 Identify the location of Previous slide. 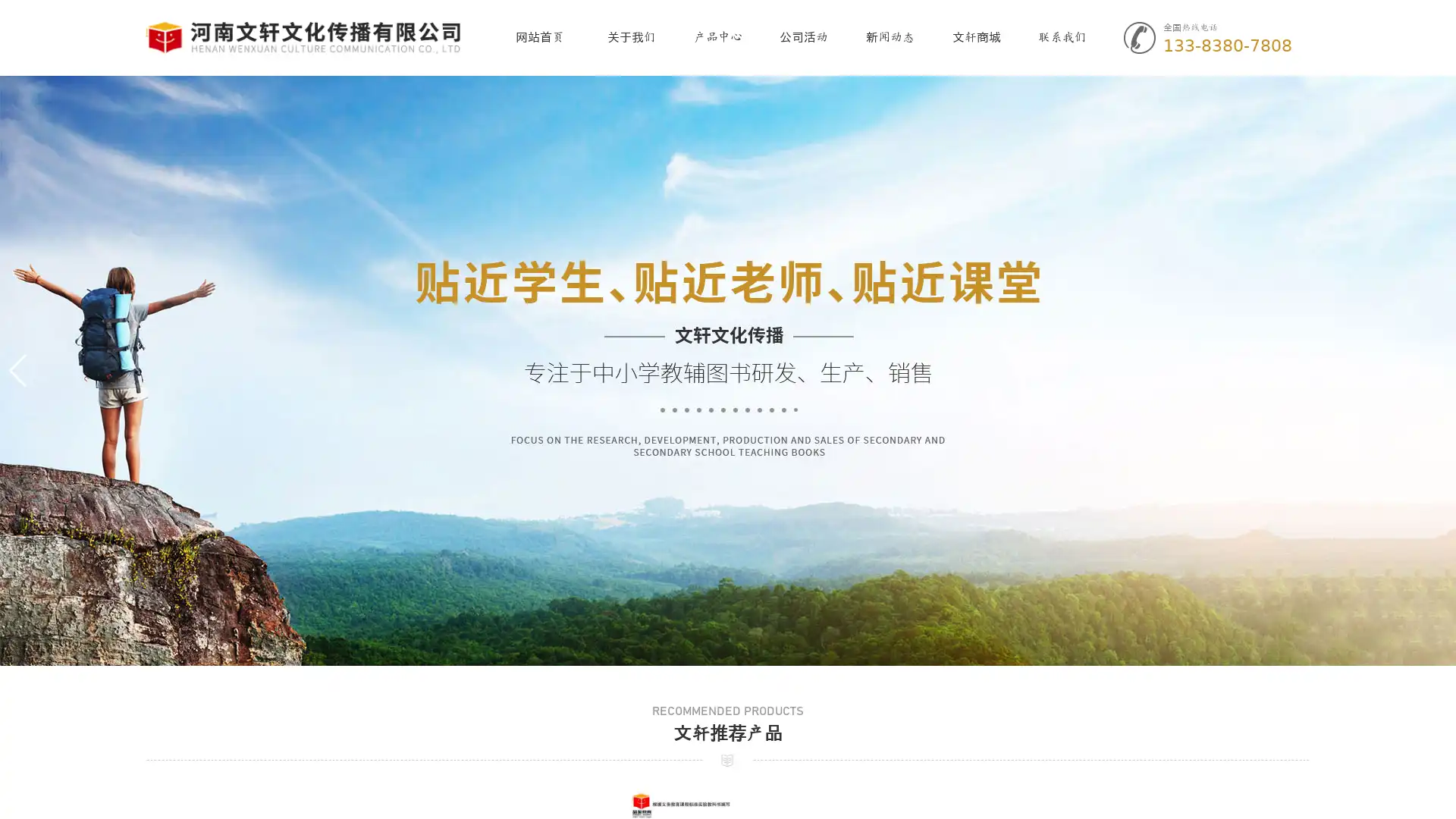
(17, 371).